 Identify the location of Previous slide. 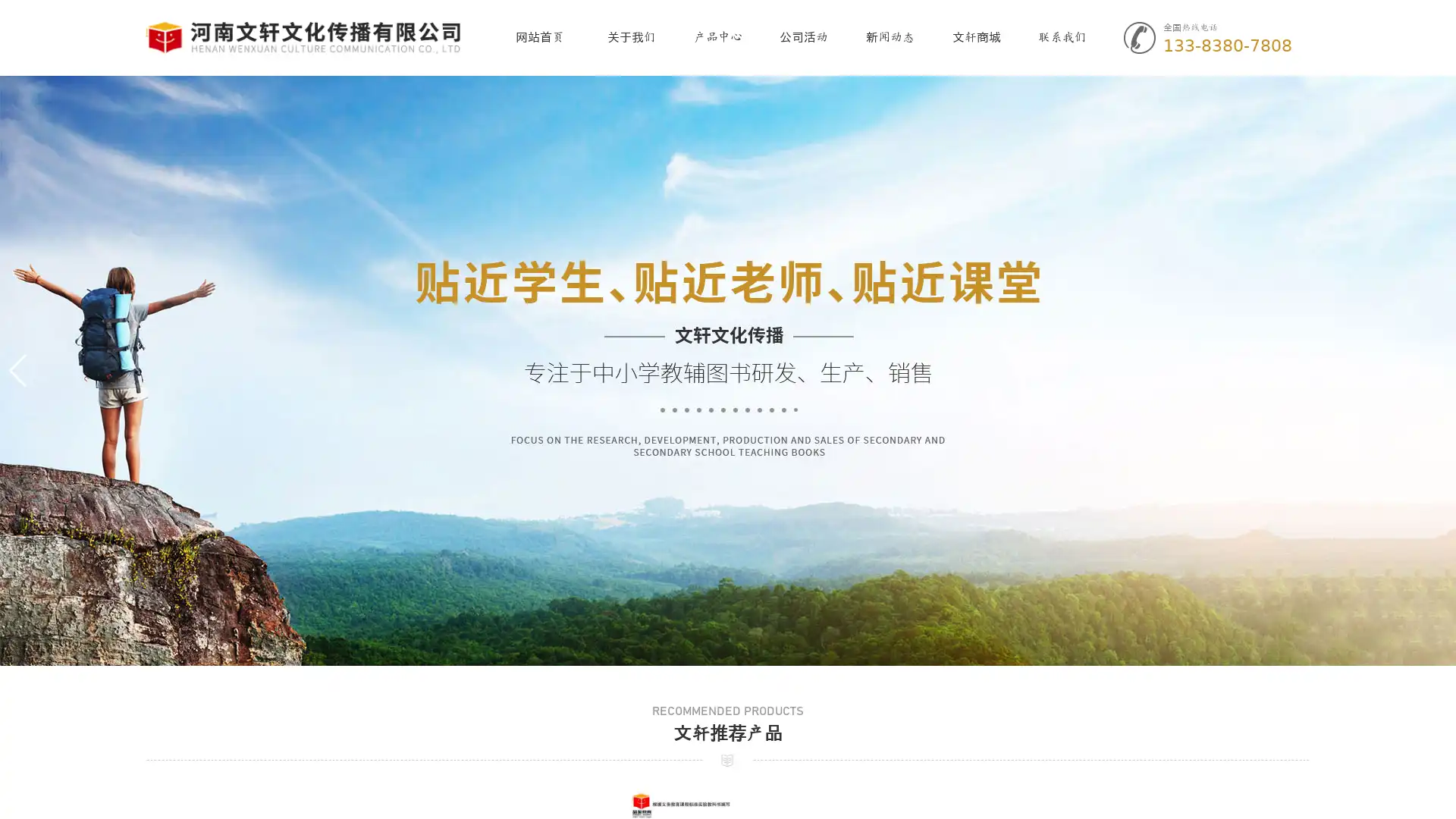
(17, 371).